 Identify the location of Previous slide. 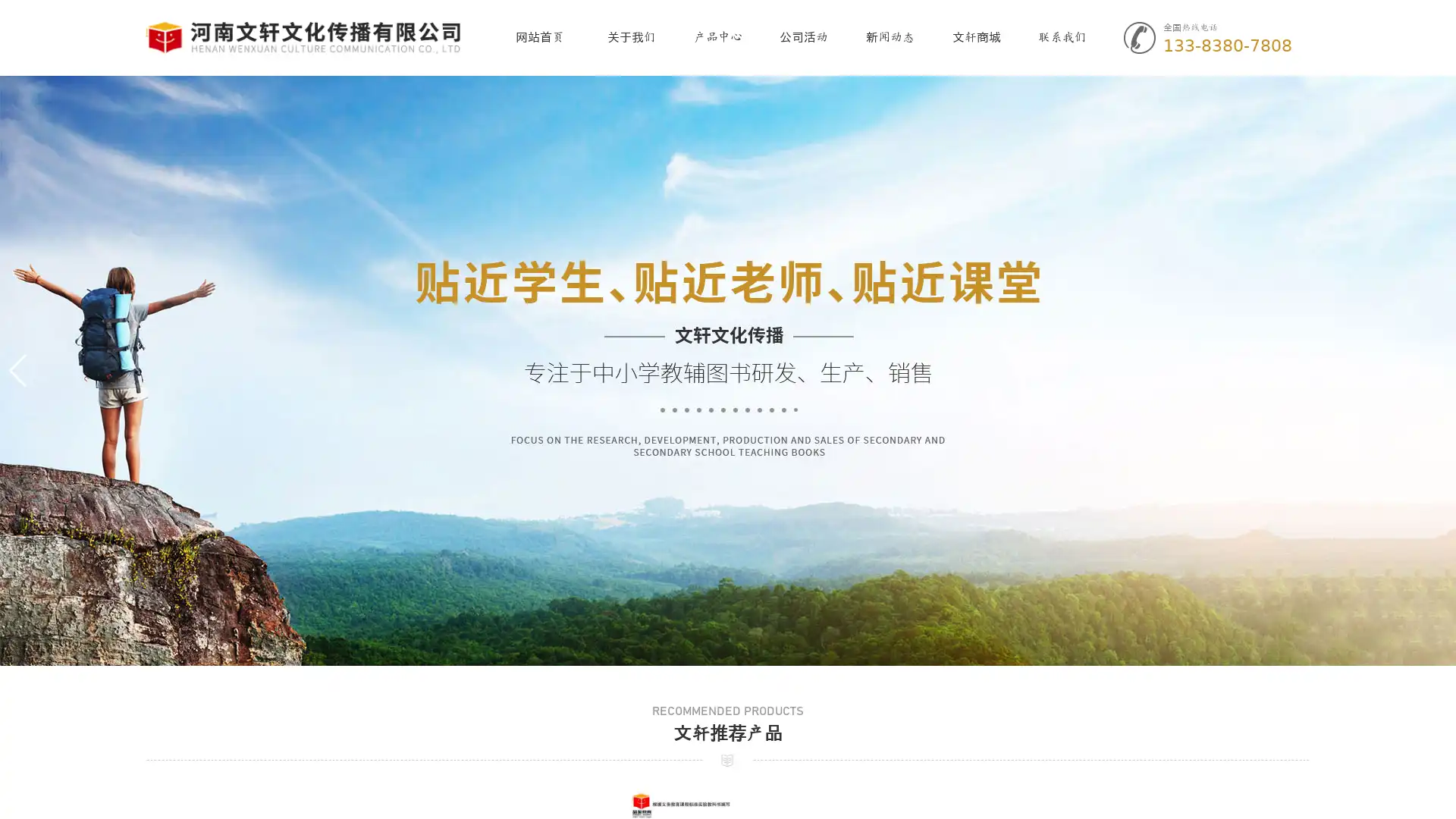
(17, 371).